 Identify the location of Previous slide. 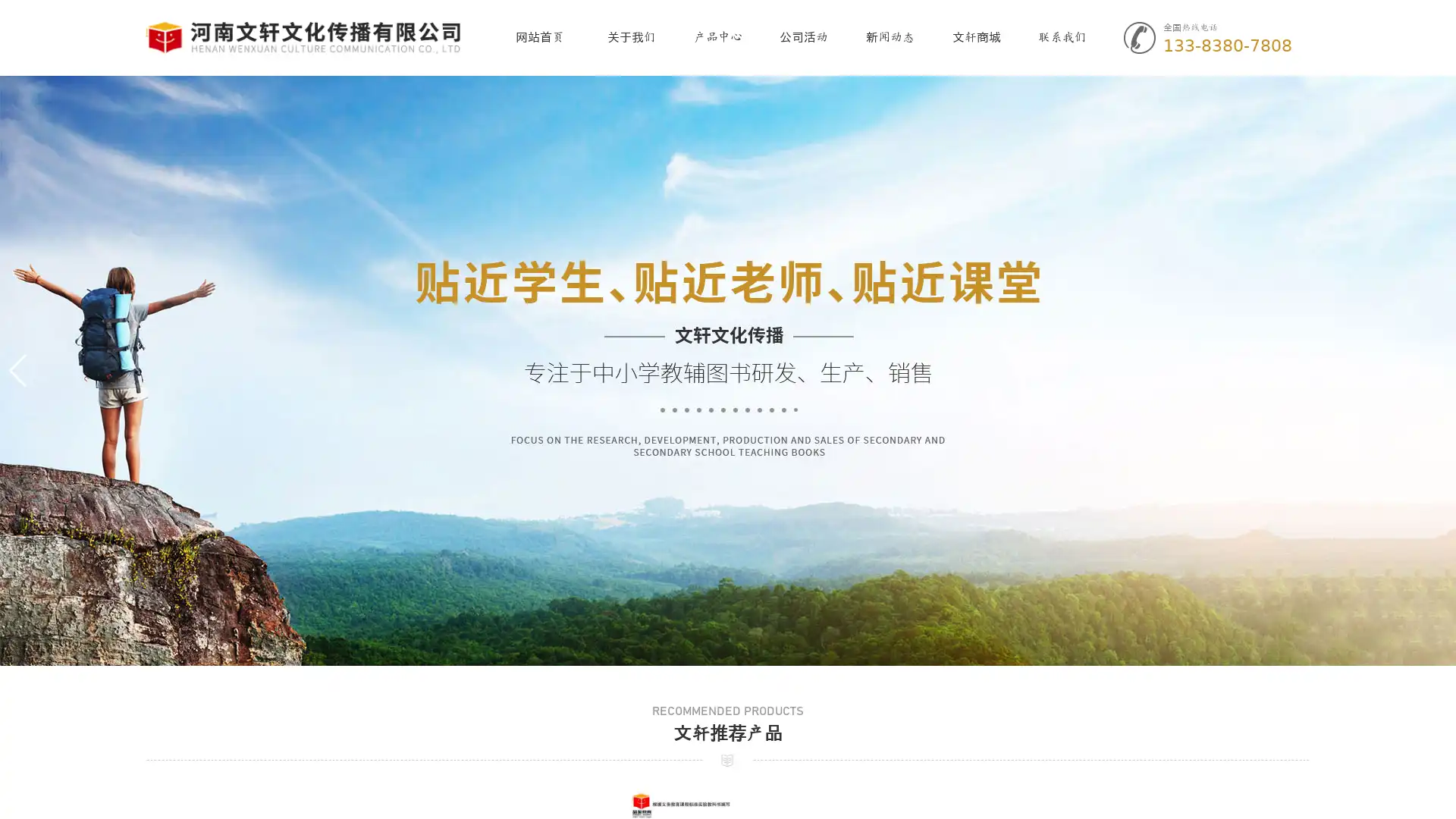
(17, 371).